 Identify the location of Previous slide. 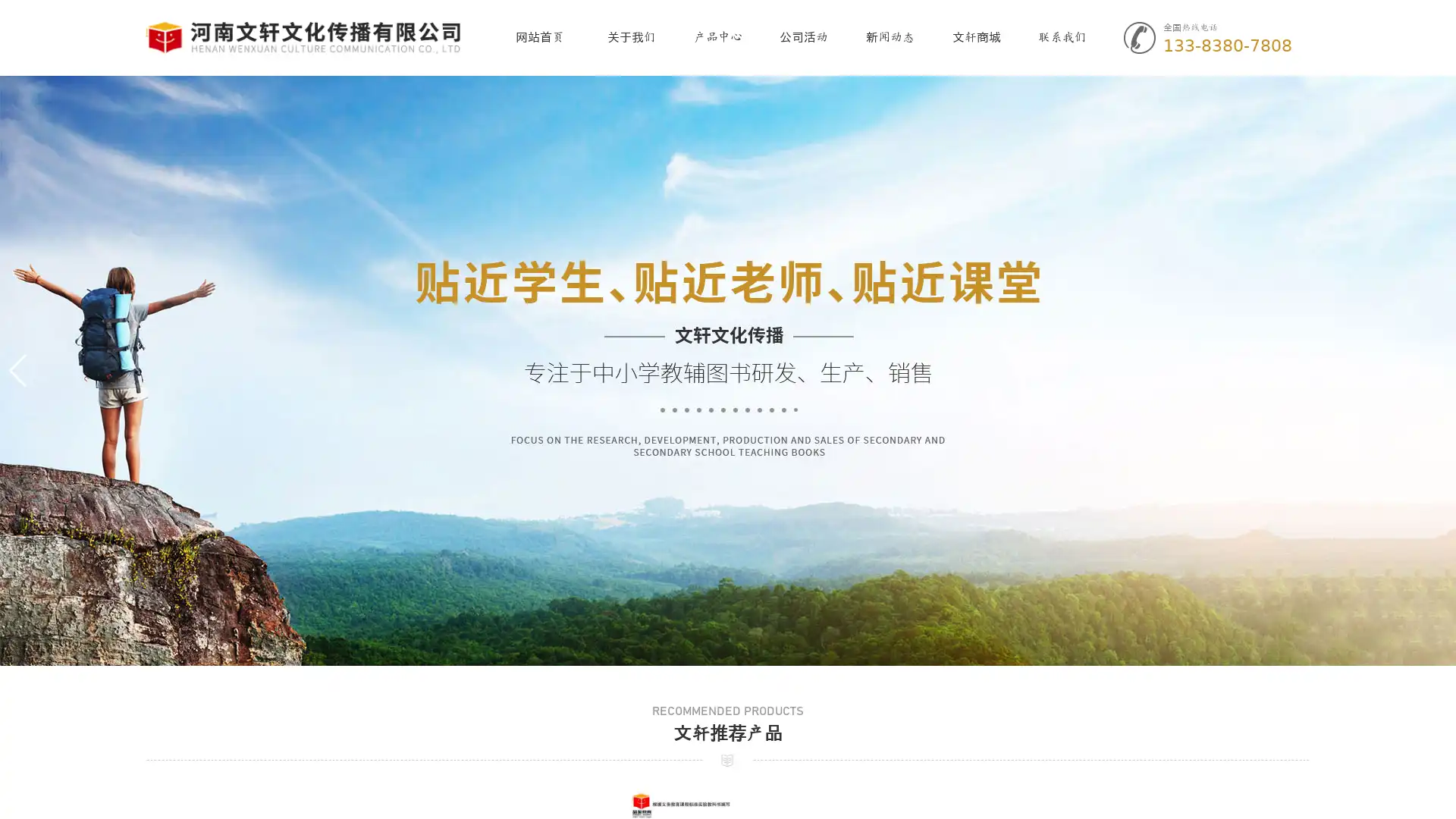
(17, 371).